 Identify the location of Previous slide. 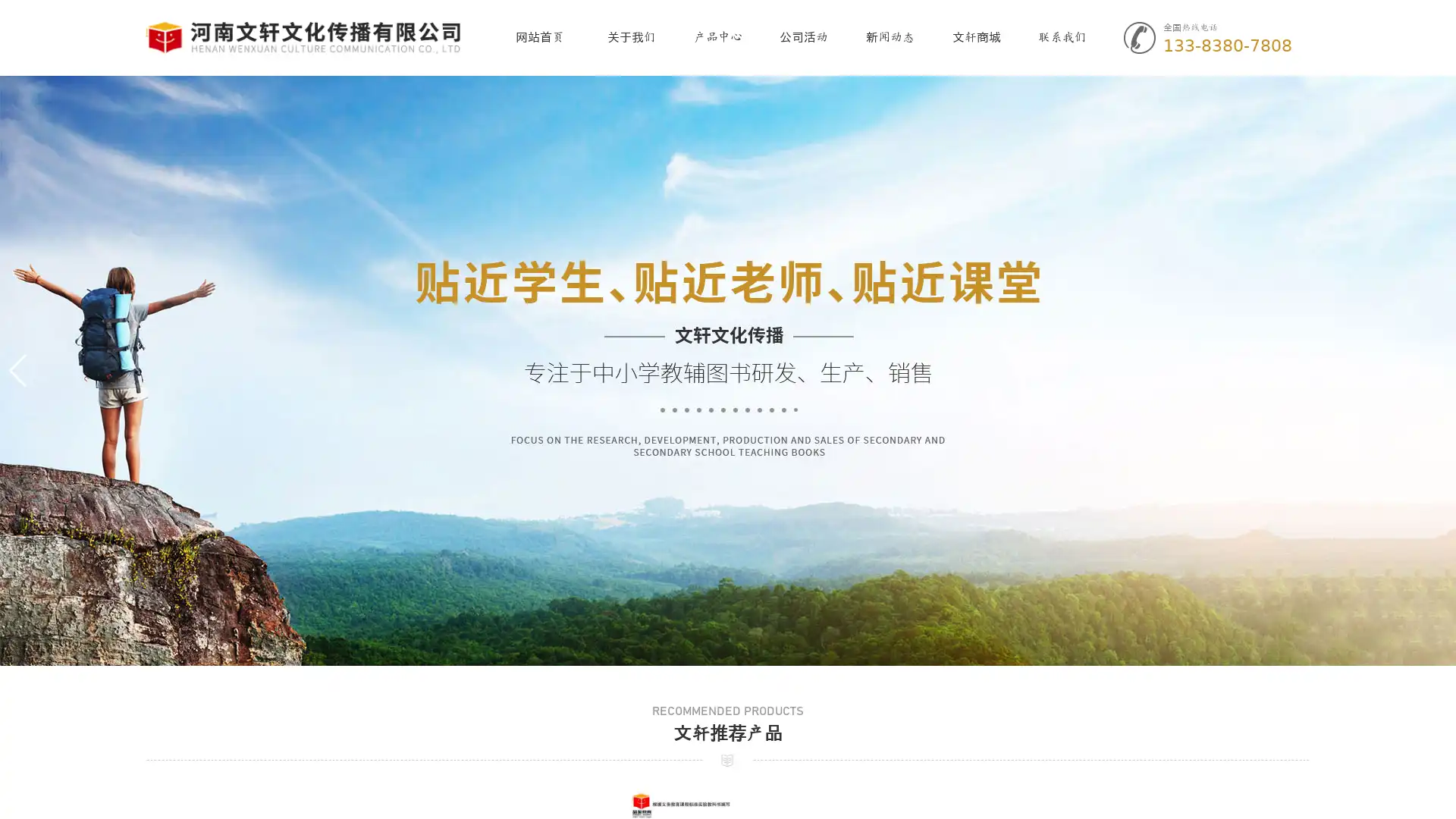
(17, 371).